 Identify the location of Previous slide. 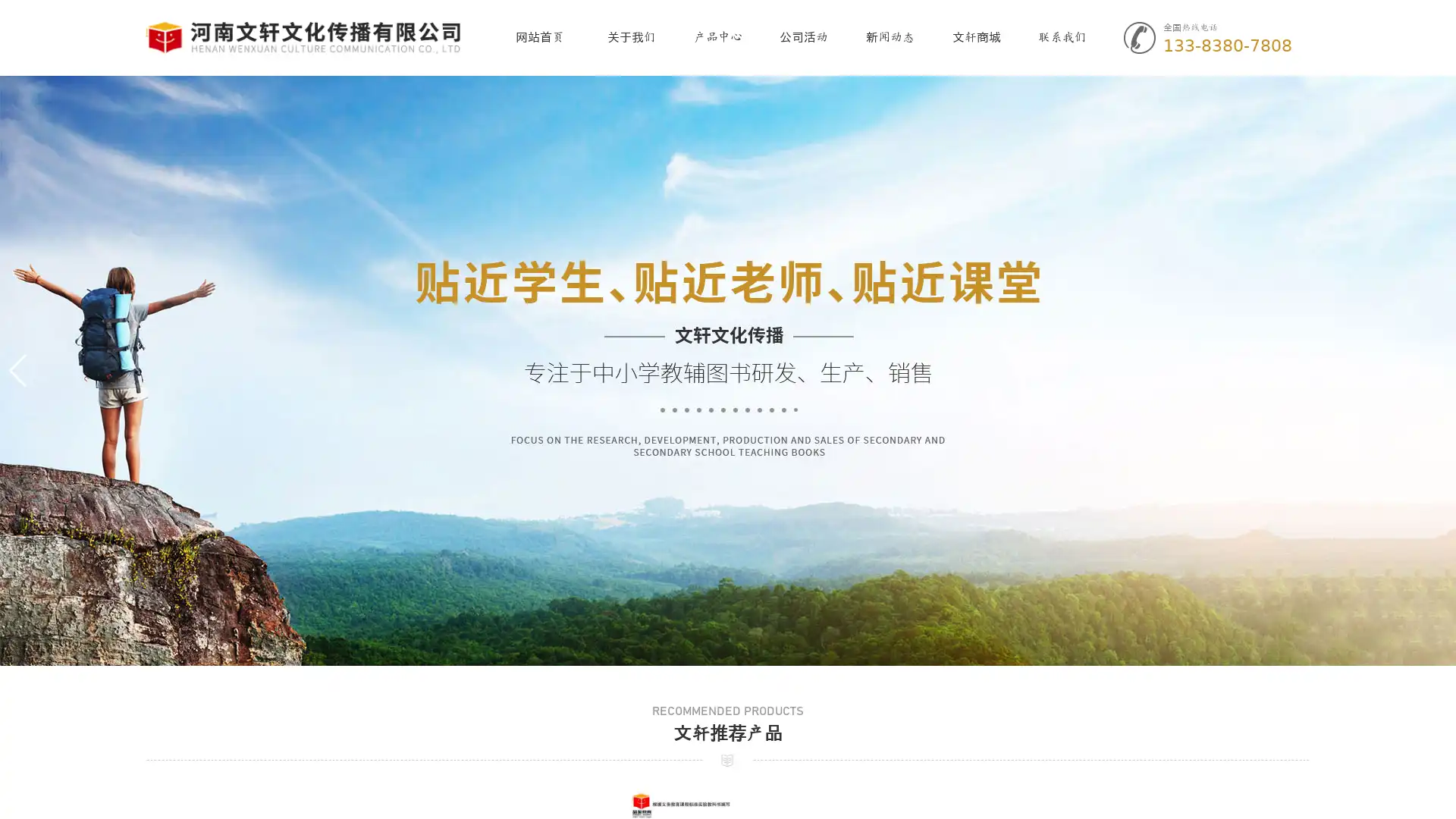
(17, 371).